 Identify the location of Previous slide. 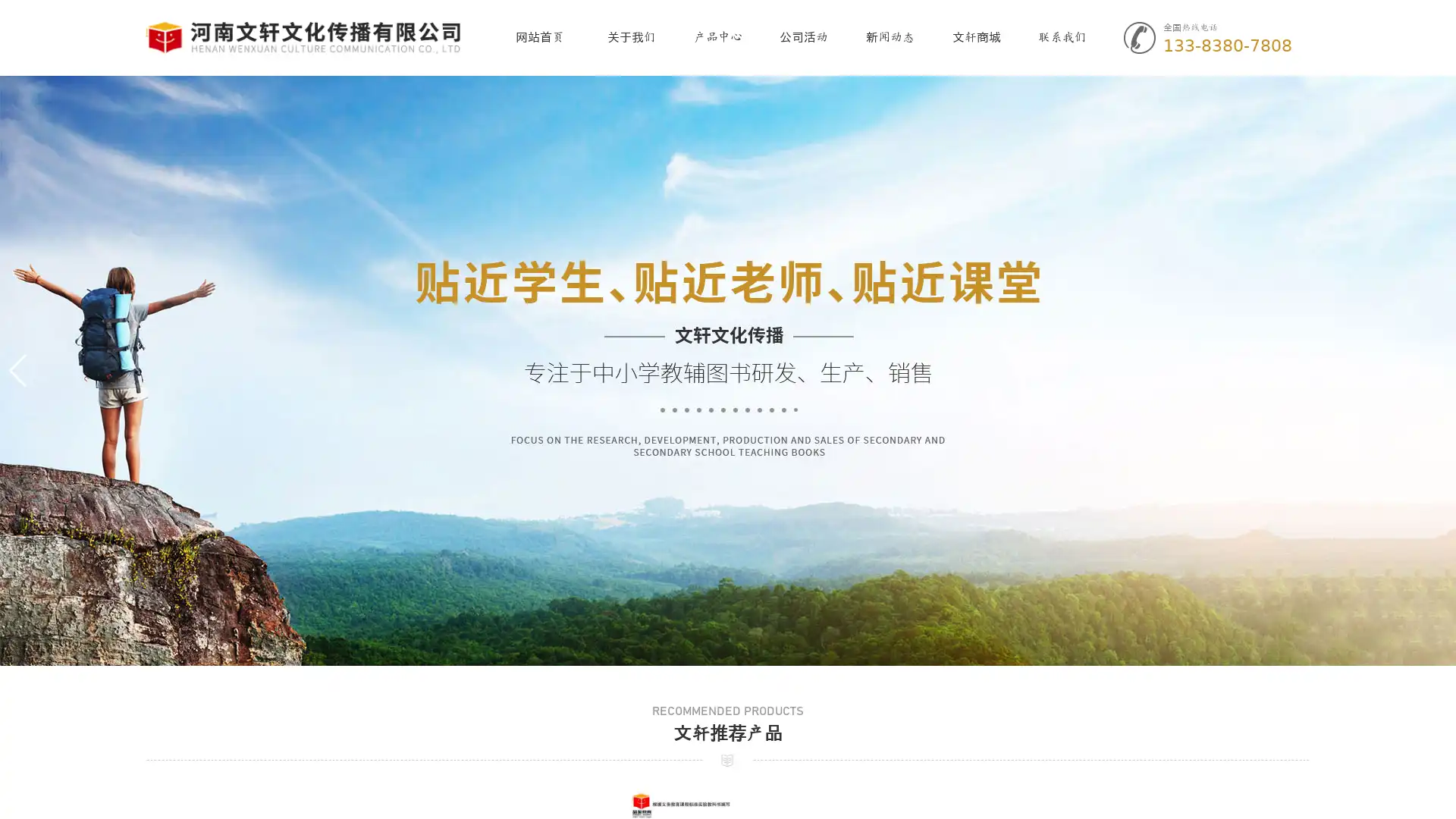
(17, 371).